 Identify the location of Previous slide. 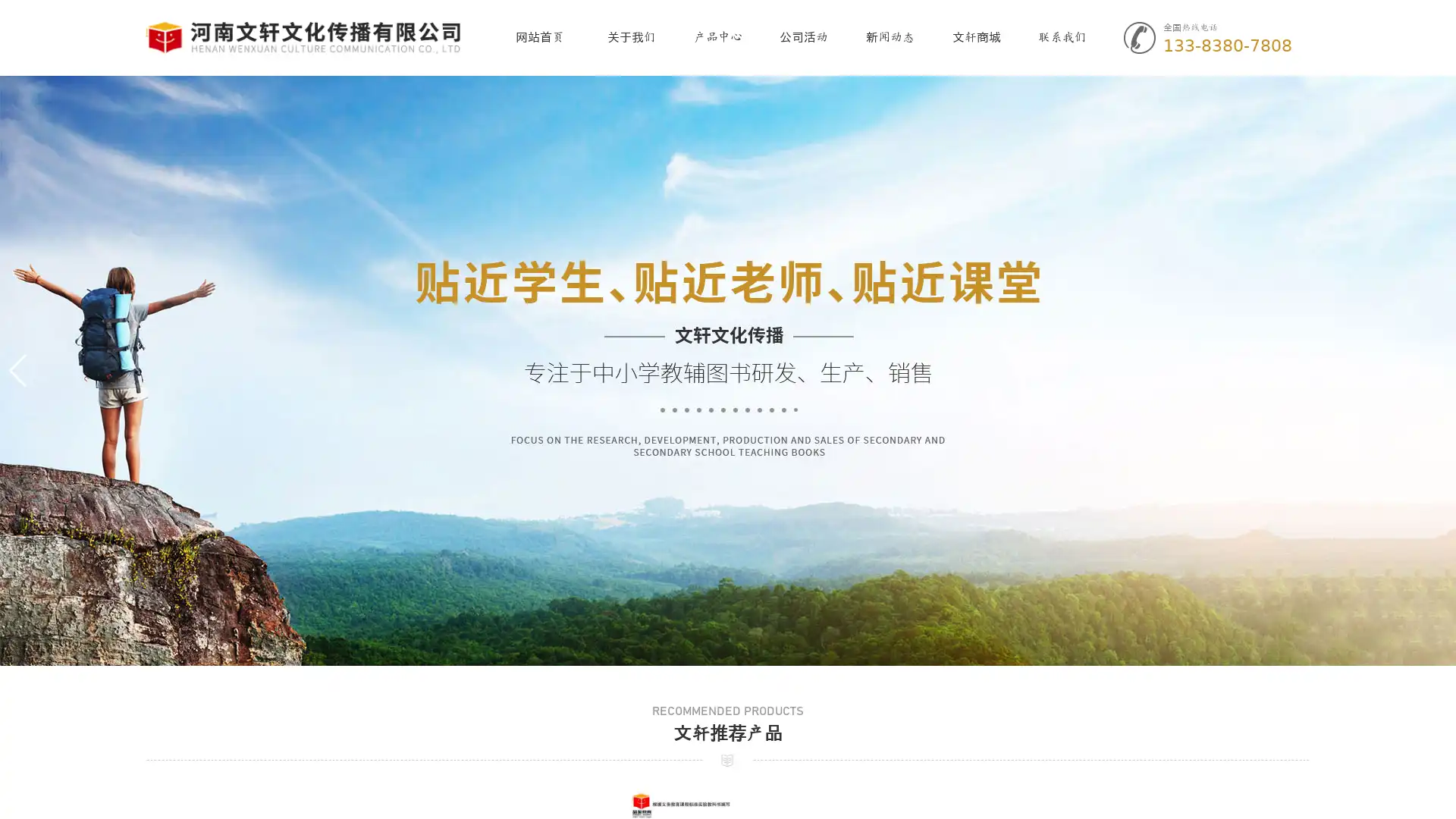
(17, 371).